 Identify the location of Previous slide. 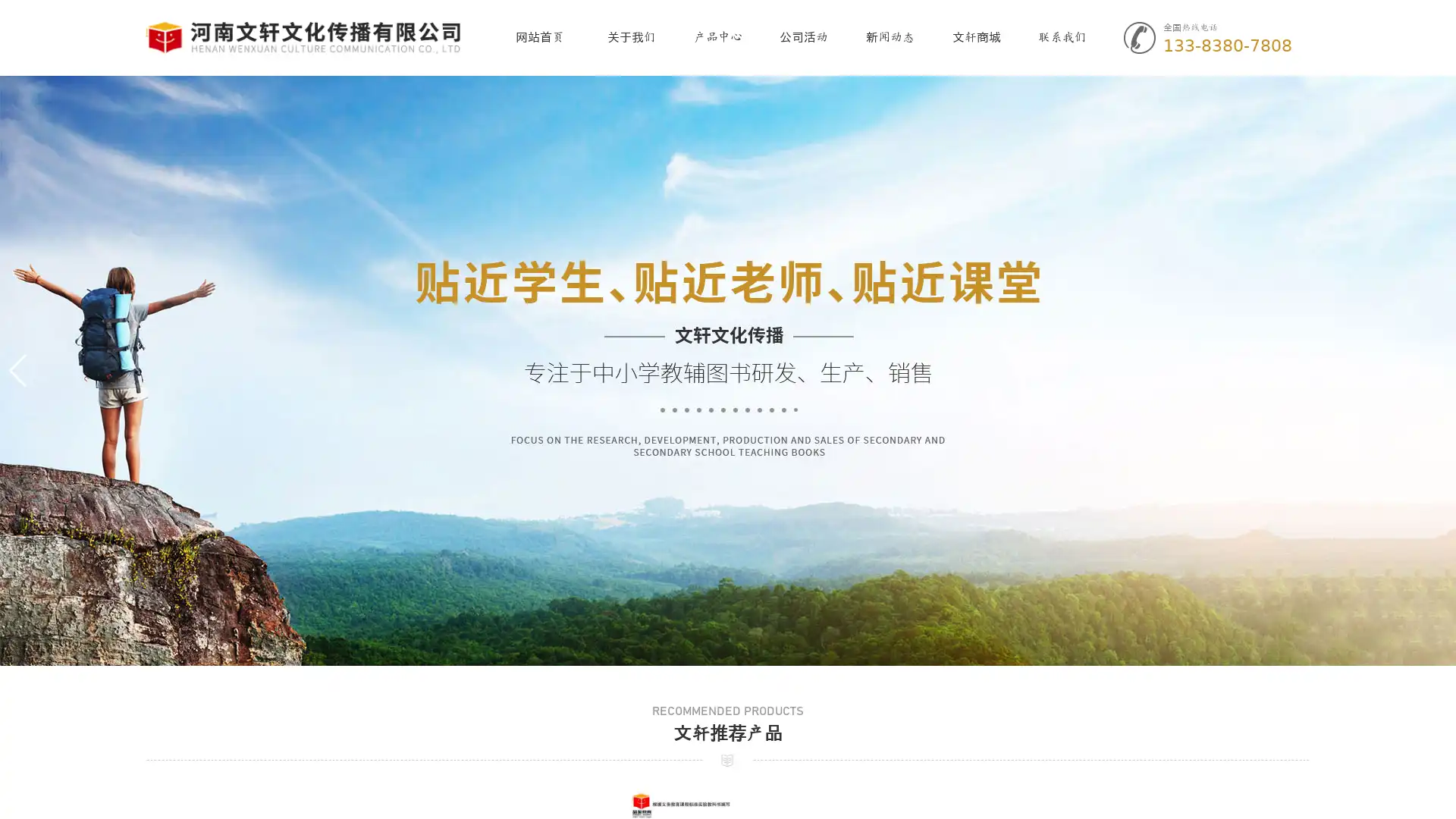
(17, 371).